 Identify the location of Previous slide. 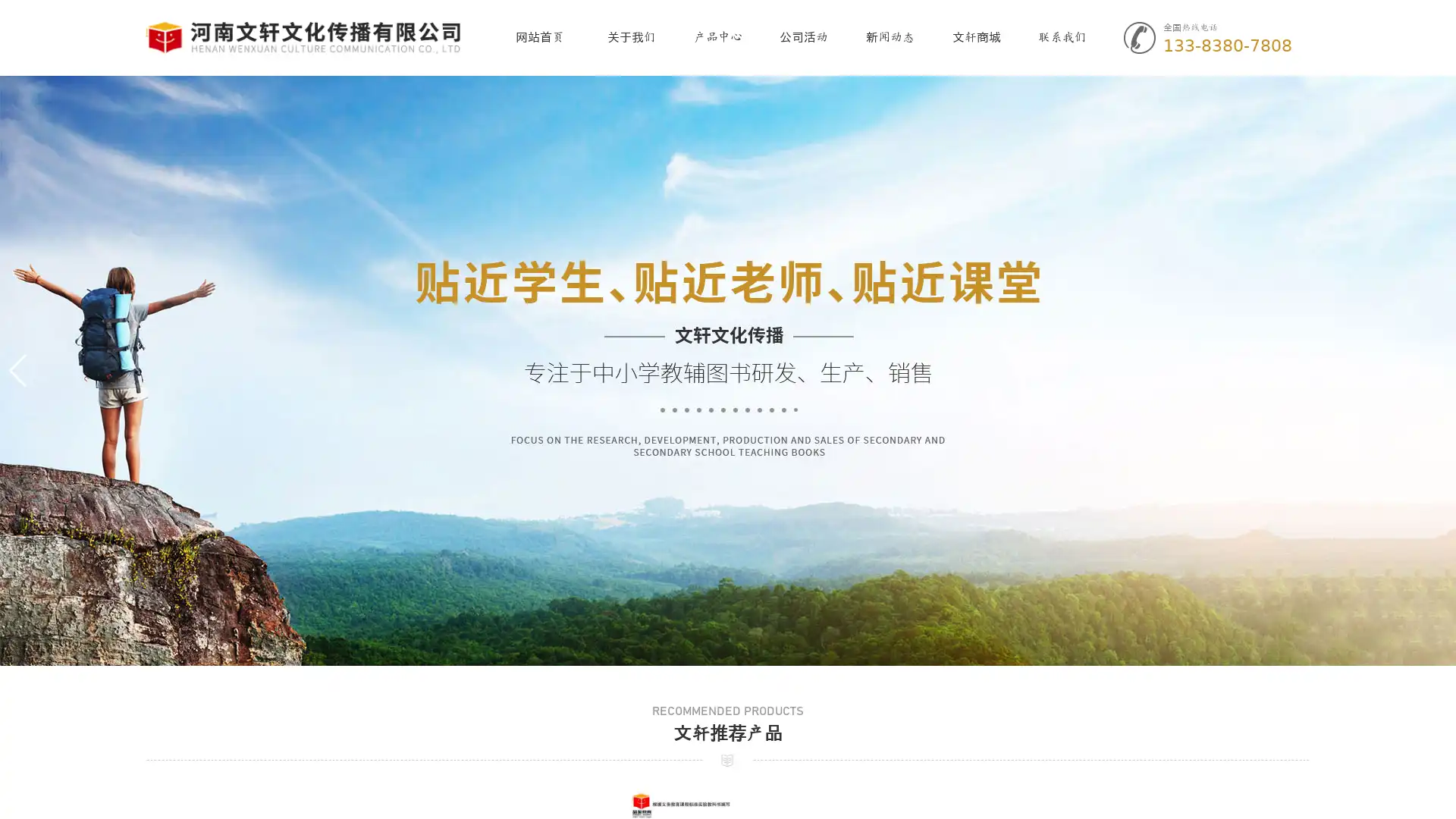
(17, 371).